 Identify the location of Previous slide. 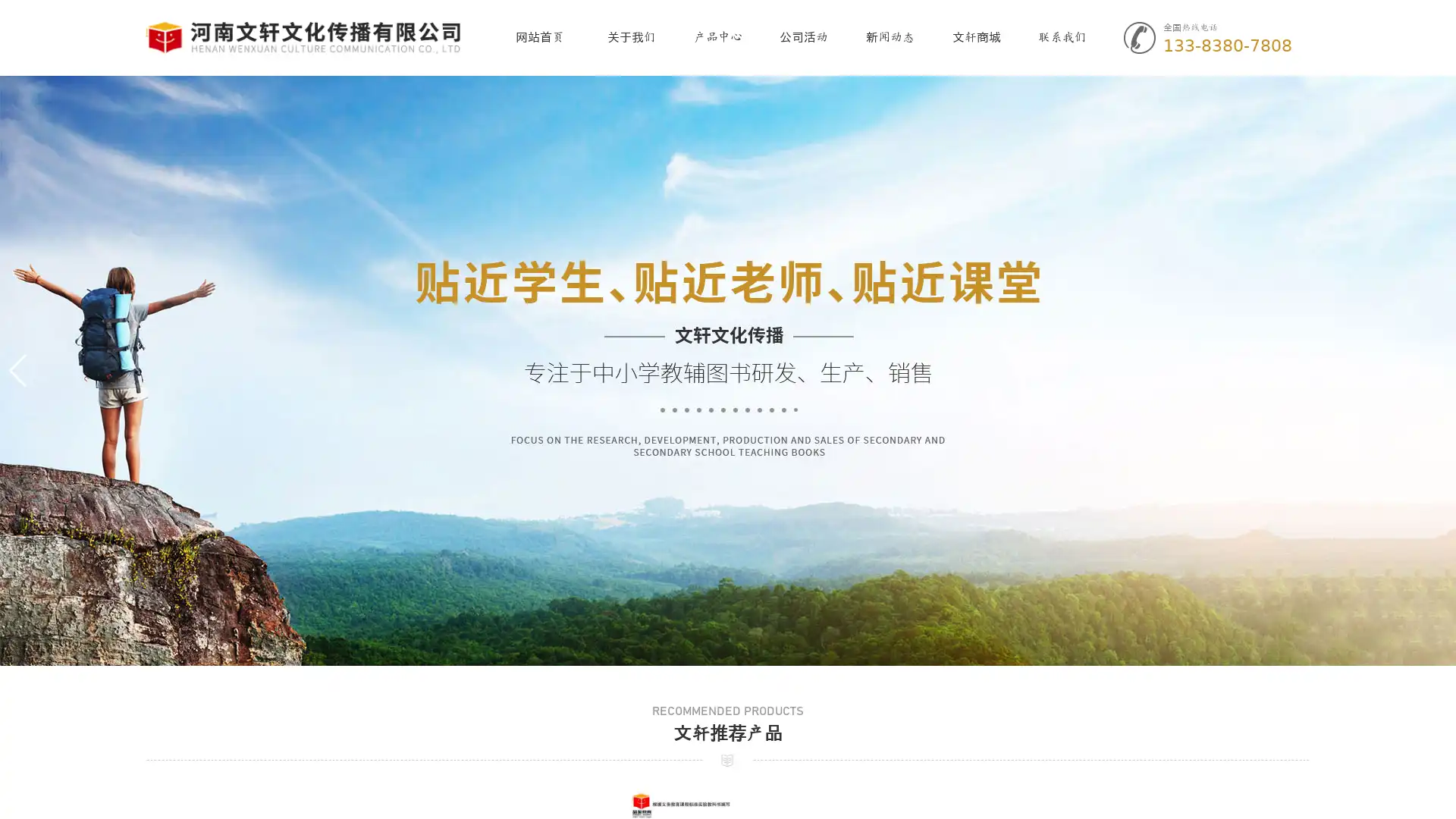
(17, 371).